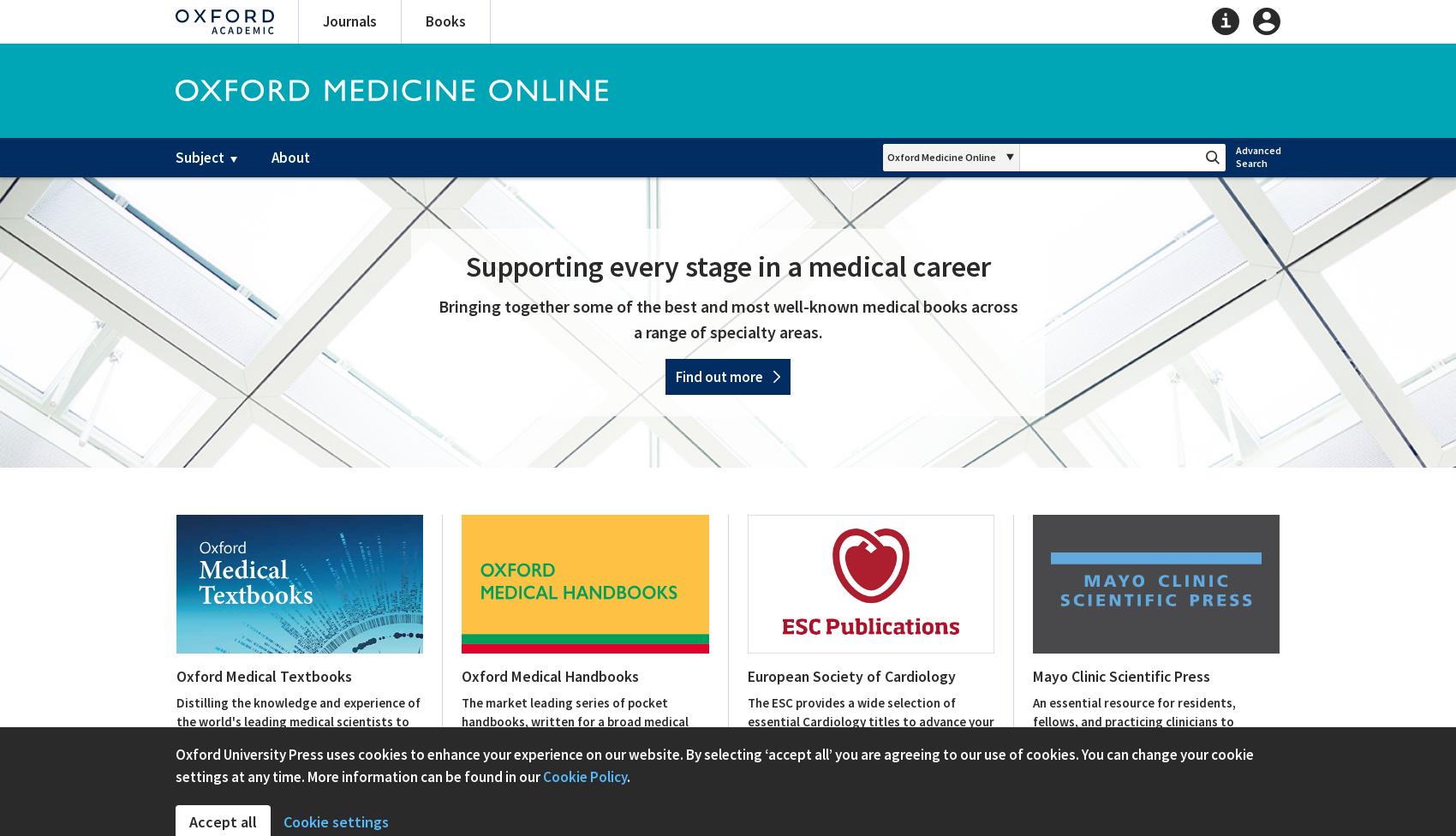 This screenshot has width=1456, height=836. Describe the element at coordinates (813, 785) in the screenshot. I see `'Discover the ESC books'` at that location.